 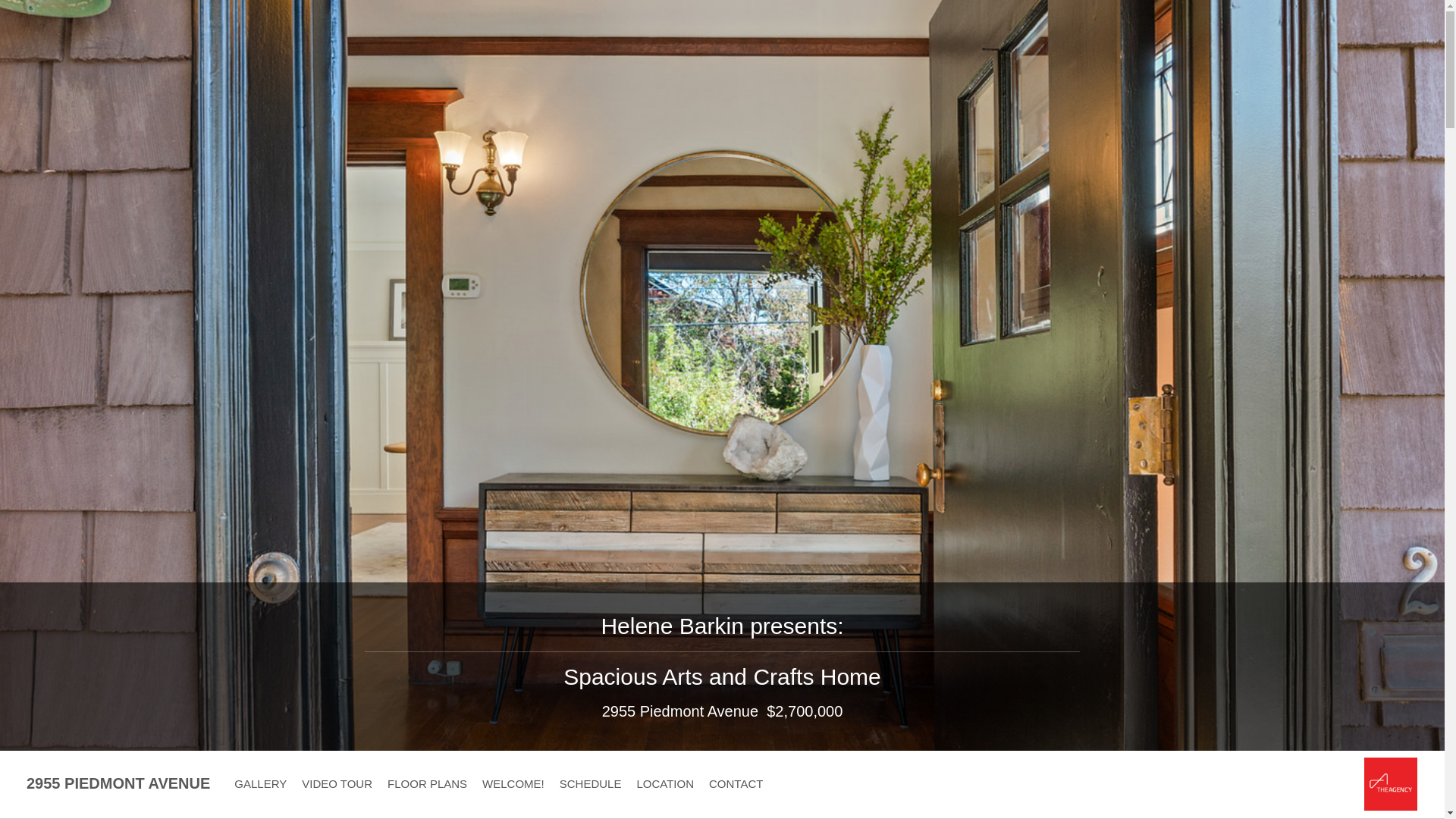 What do you see at coordinates (116, 781) in the screenshot?
I see `'2955 PIEDMONT AVENUE'` at bounding box center [116, 781].